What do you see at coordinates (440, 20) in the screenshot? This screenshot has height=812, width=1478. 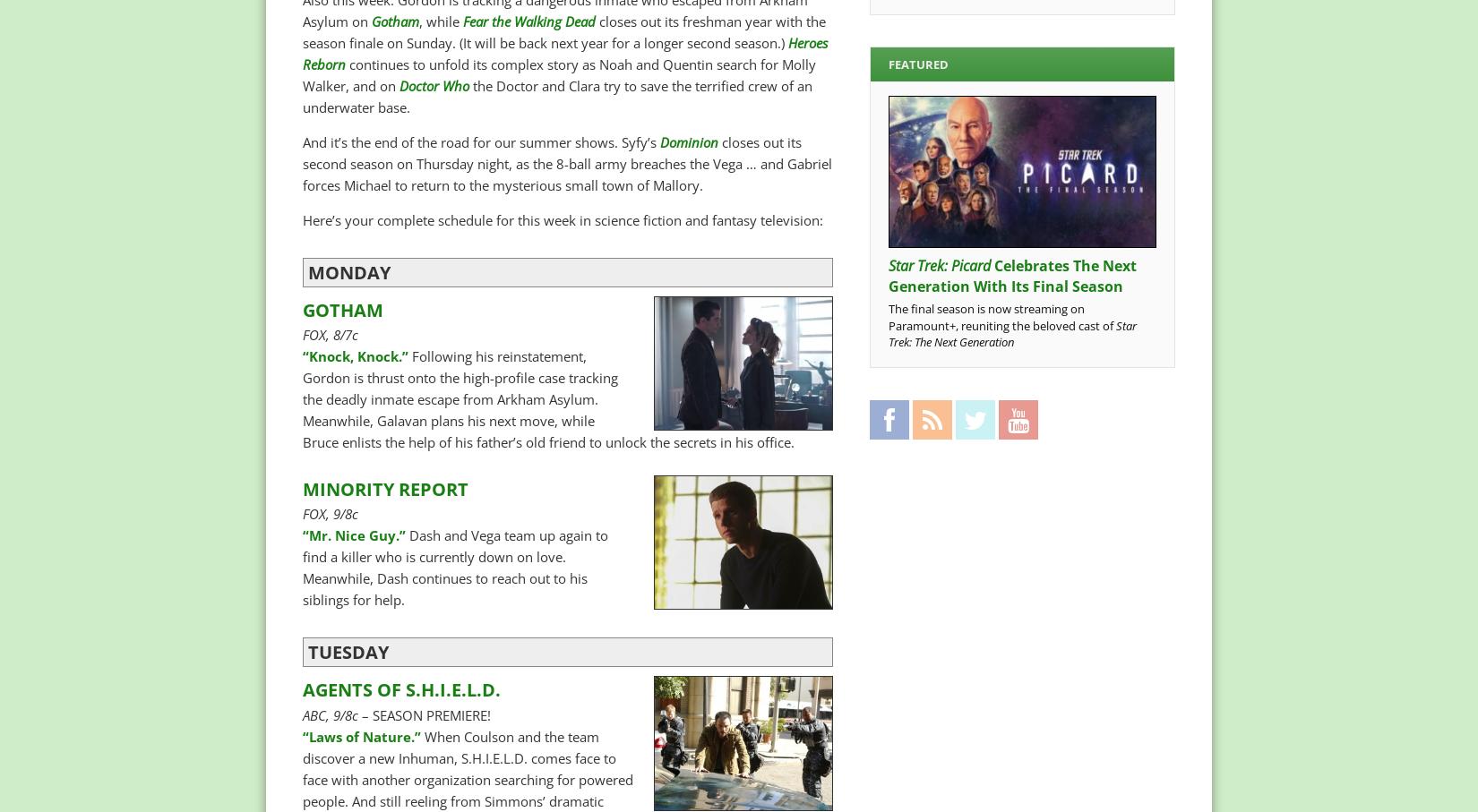 I see `', while'` at bounding box center [440, 20].